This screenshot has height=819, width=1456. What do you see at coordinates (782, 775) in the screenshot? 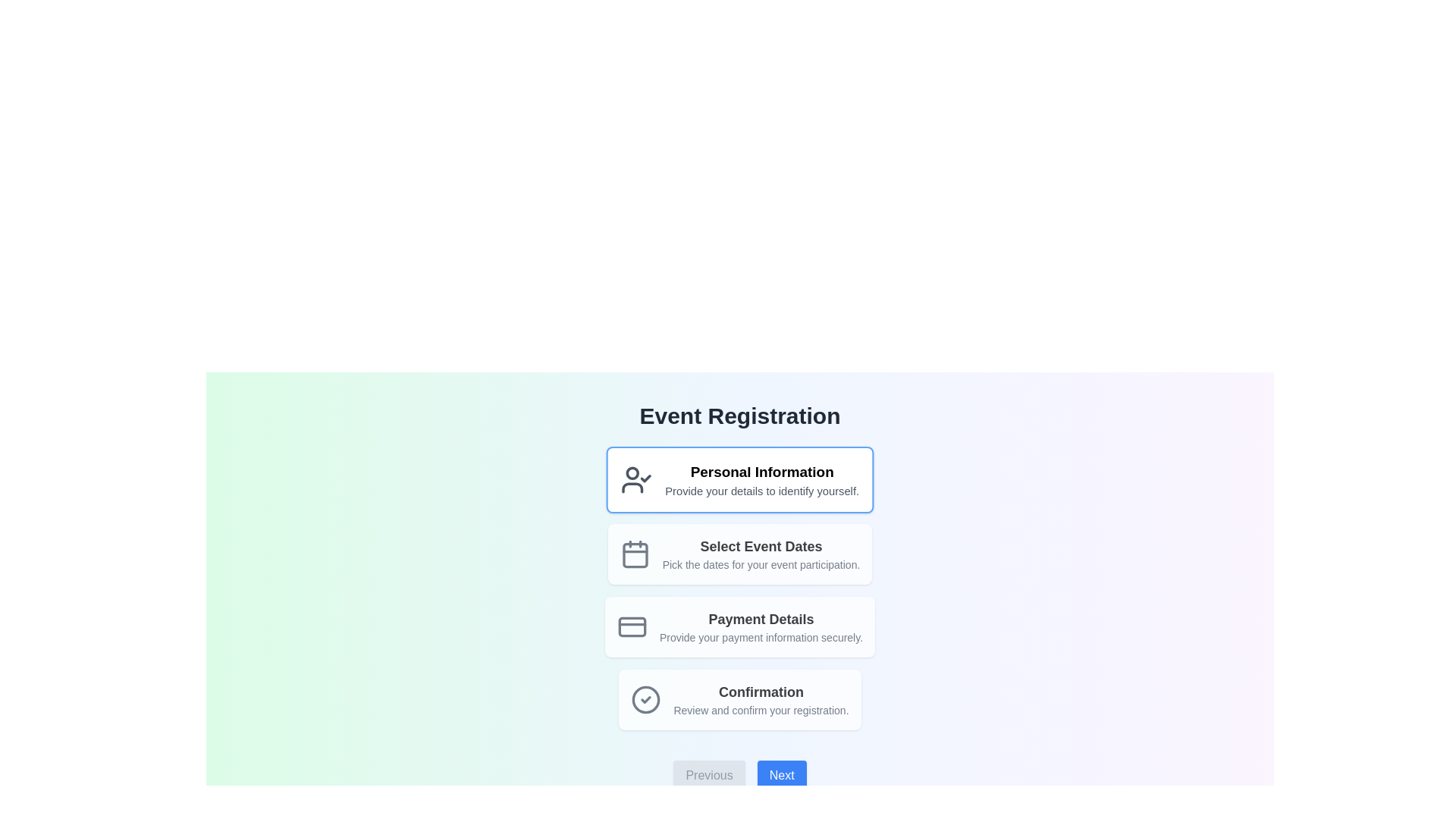
I see `the navigation button located at the bottom center of the interface, to the right of the gray 'Previous' button, to proceed to the next step in the multi-step process` at bounding box center [782, 775].